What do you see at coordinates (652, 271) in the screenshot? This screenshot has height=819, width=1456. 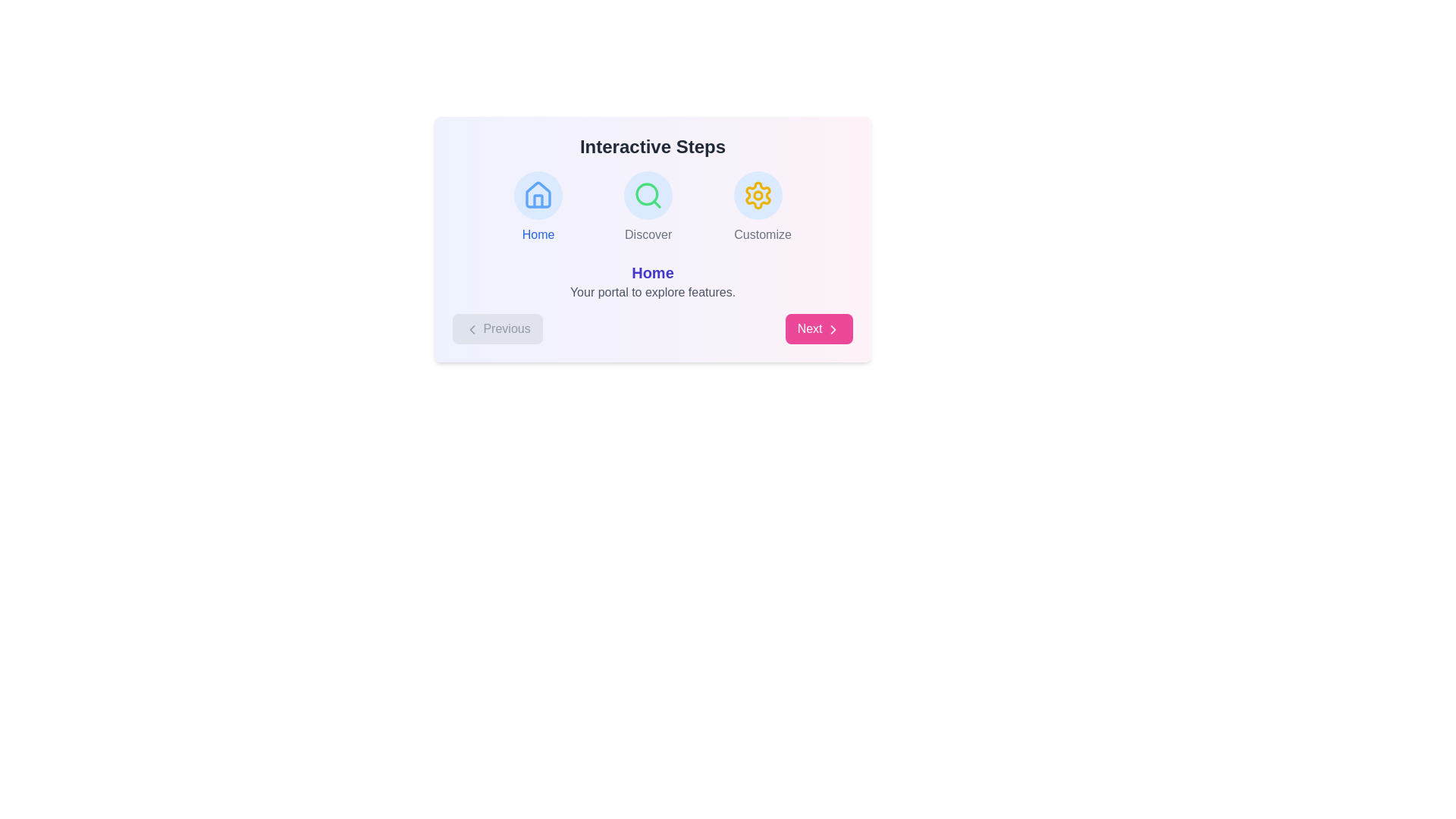 I see `the bold indigo 'Home' text label positioned centrally above 'Your portal` at bounding box center [652, 271].